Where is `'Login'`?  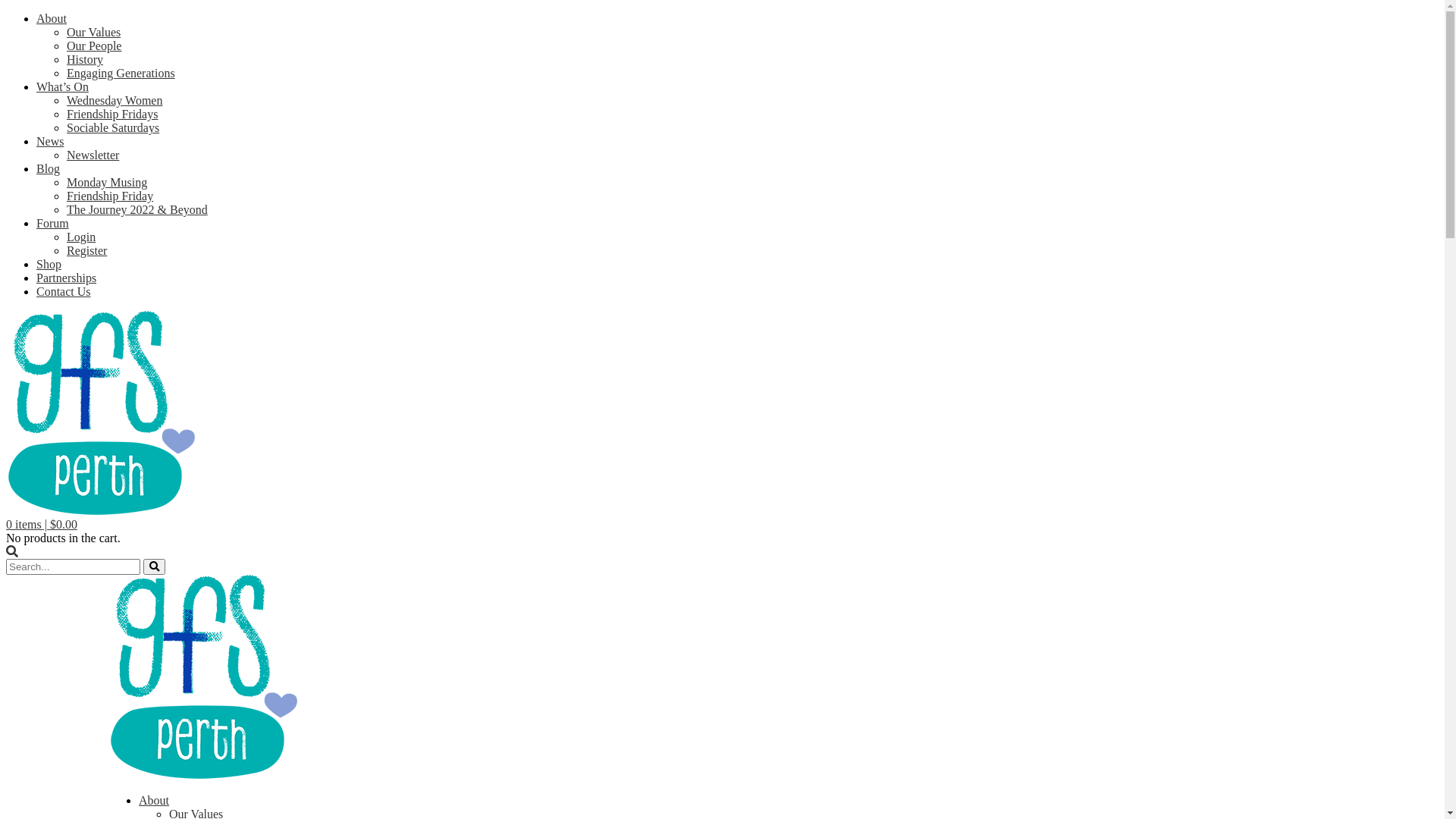
'Login' is located at coordinates (80, 237).